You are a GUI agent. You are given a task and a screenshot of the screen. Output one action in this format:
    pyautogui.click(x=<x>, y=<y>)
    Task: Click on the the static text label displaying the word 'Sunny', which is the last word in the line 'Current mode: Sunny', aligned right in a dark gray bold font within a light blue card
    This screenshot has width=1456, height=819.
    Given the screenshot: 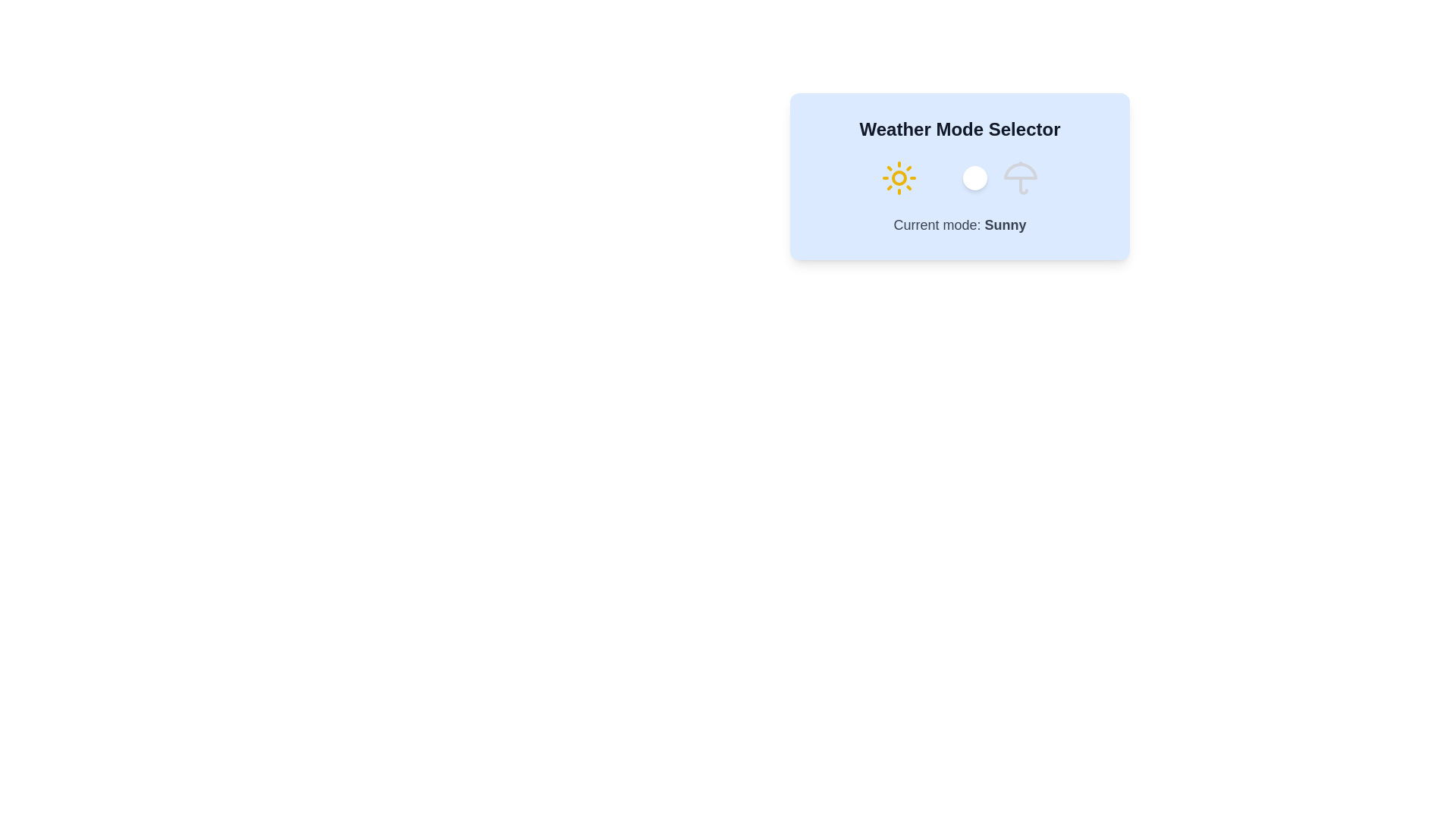 What is the action you would take?
    pyautogui.click(x=1005, y=225)
    